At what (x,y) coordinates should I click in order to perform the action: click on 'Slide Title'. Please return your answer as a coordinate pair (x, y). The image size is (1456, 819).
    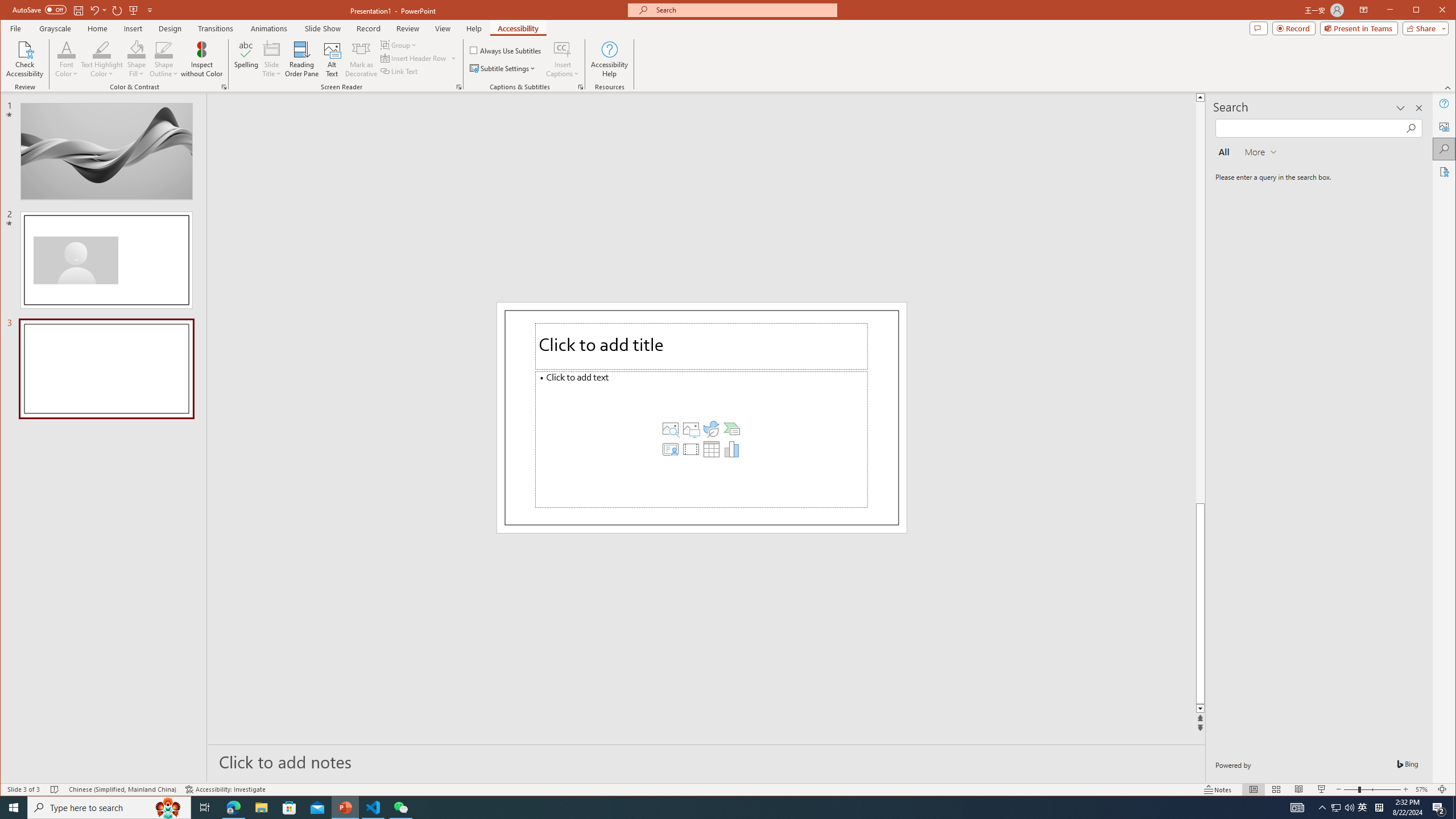
    Looking at the image, I should click on (271, 48).